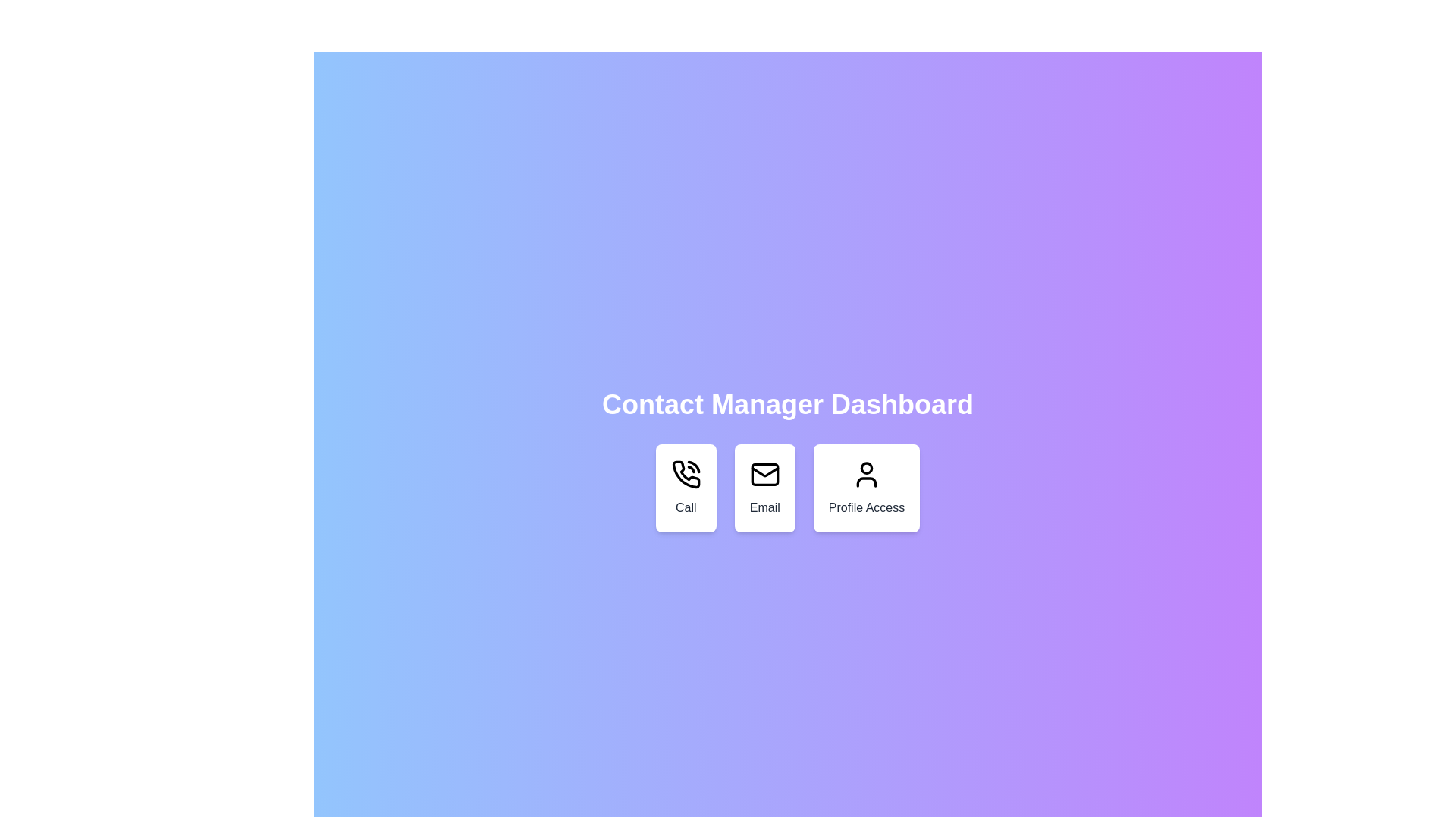 Image resolution: width=1456 pixels, height=819 pixels. Describe the element at coordinates (764, 488) in the screenshot. I see `the Email button, which is the second button in a row of three options (Call, Email, Profile Access)` at that location.